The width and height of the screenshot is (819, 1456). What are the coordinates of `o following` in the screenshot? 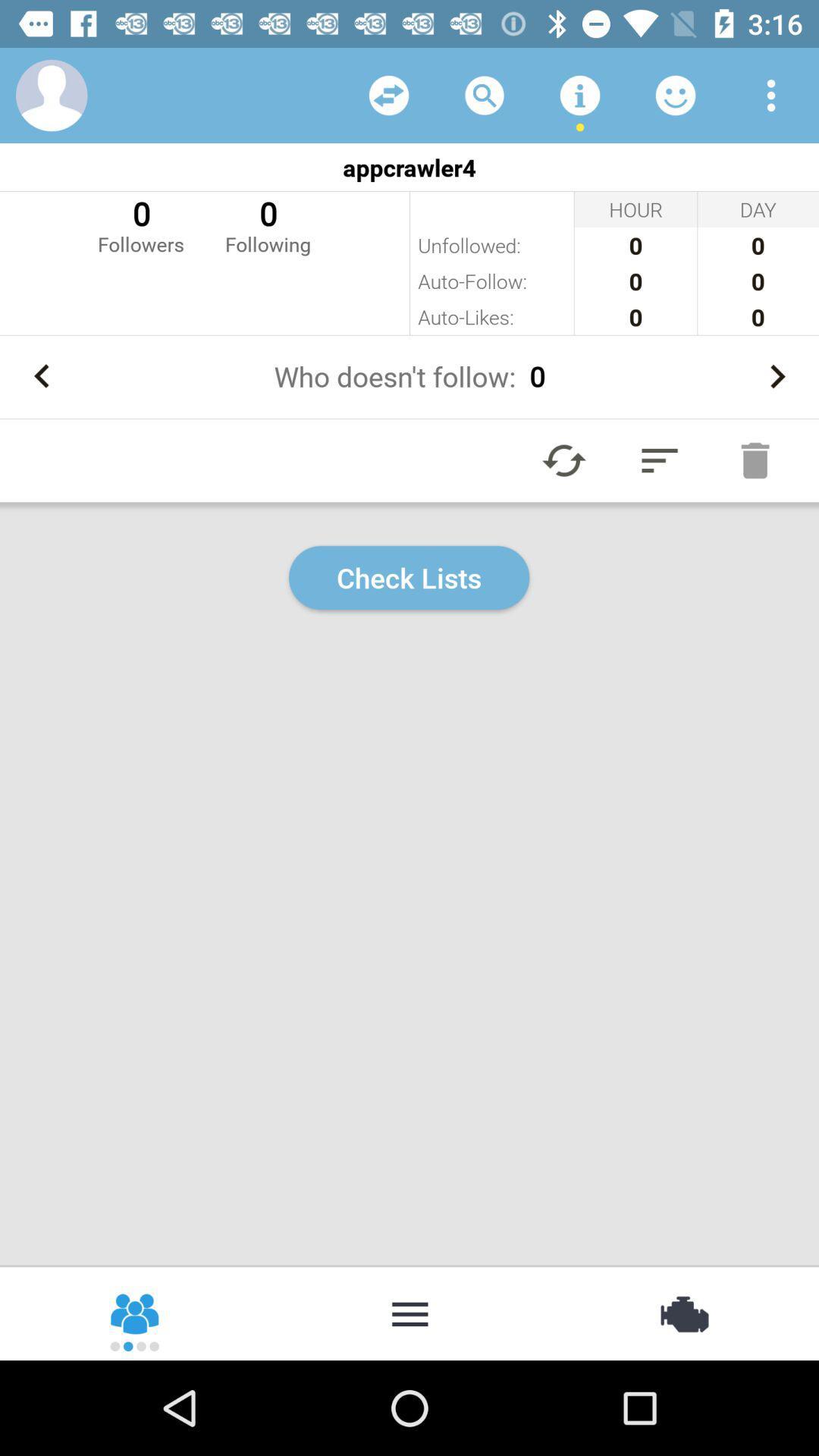 It's located at (267, 224).